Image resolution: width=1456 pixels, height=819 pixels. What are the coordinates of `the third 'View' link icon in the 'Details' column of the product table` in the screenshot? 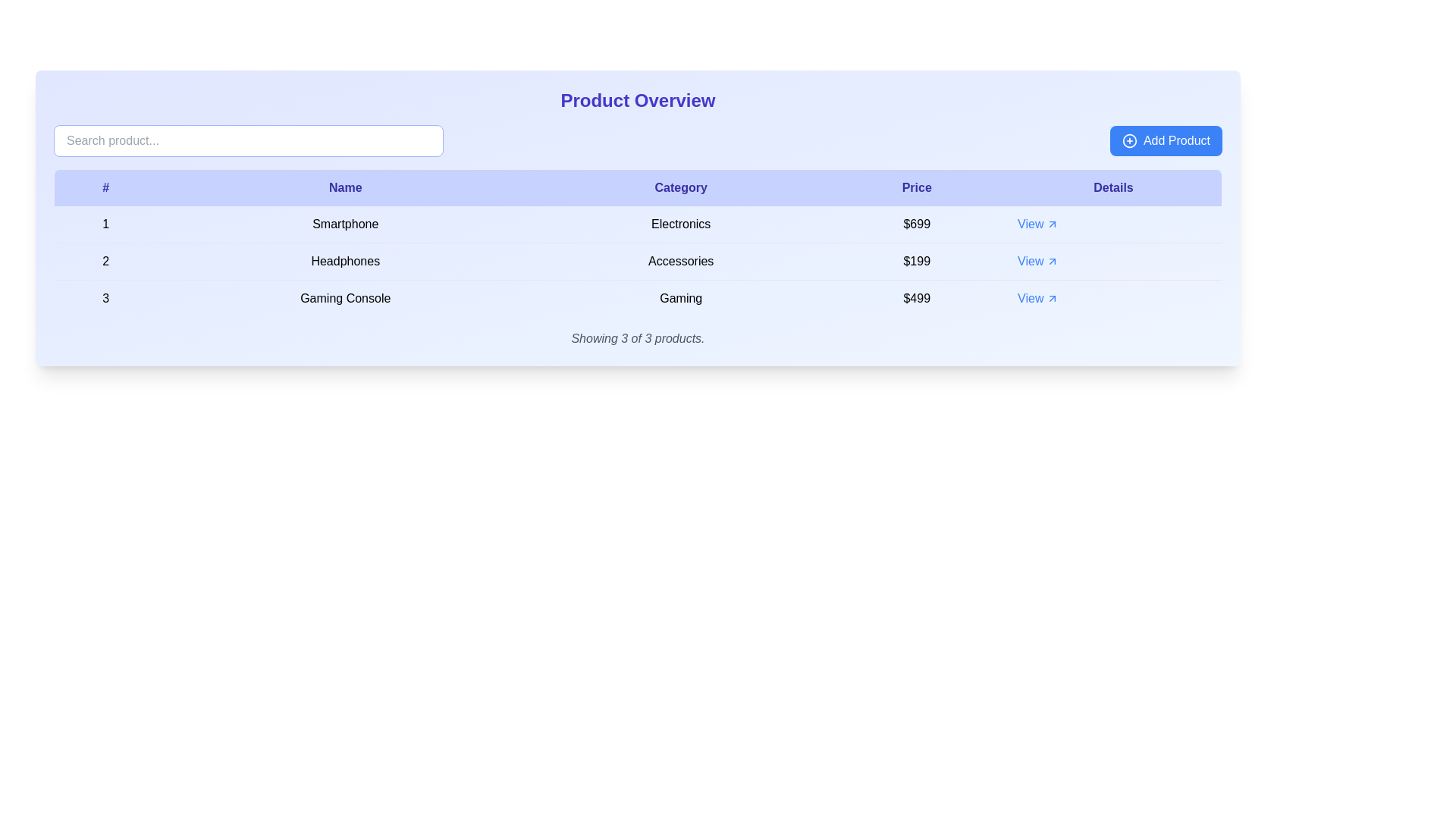 It's located at (1051, 298).